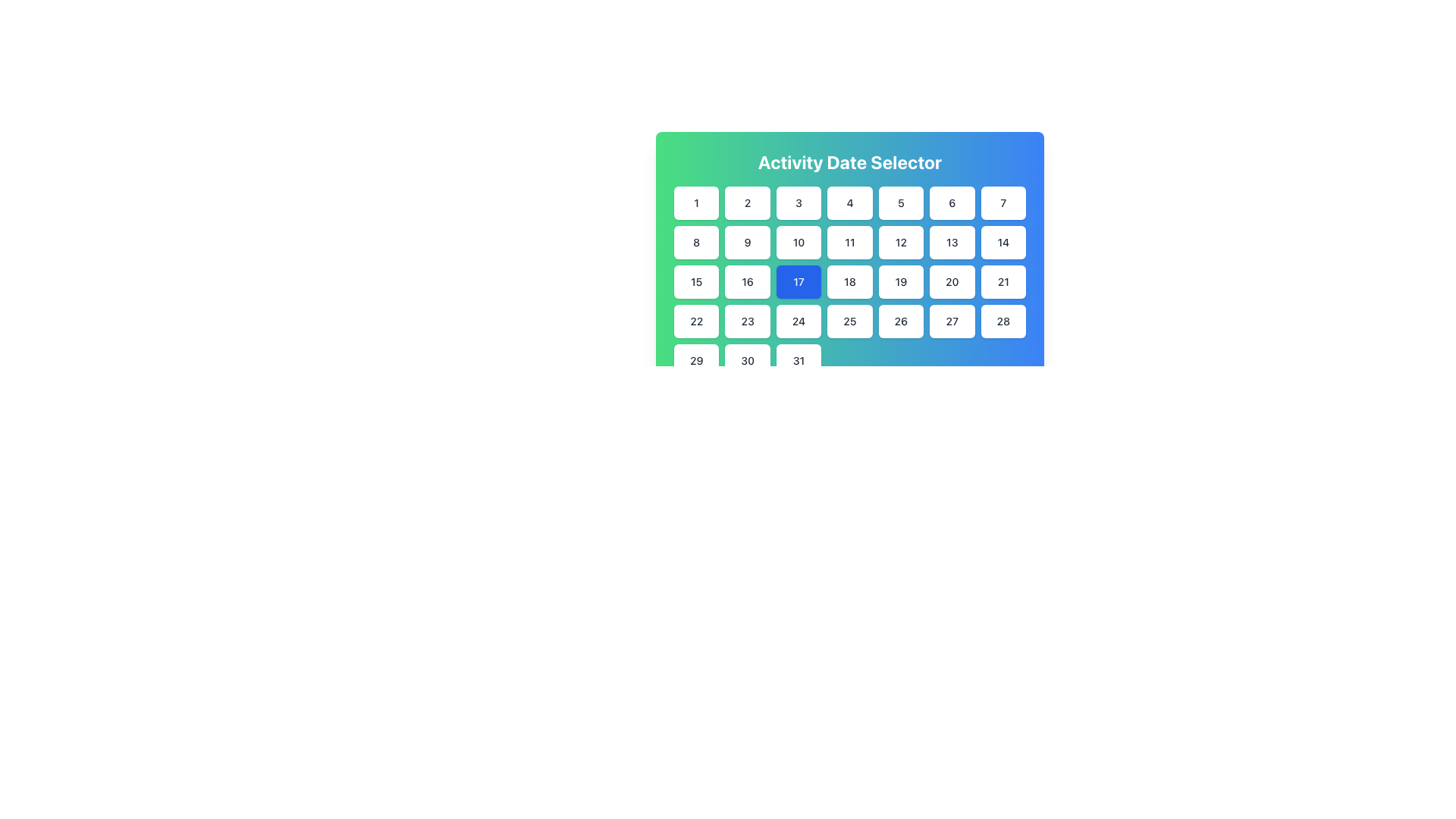  What do you see at coordinates (747, 360) in the screenshot?
I see `the button representing the selectable date '30' in the calendar interface` at bounding box center [747, 360].